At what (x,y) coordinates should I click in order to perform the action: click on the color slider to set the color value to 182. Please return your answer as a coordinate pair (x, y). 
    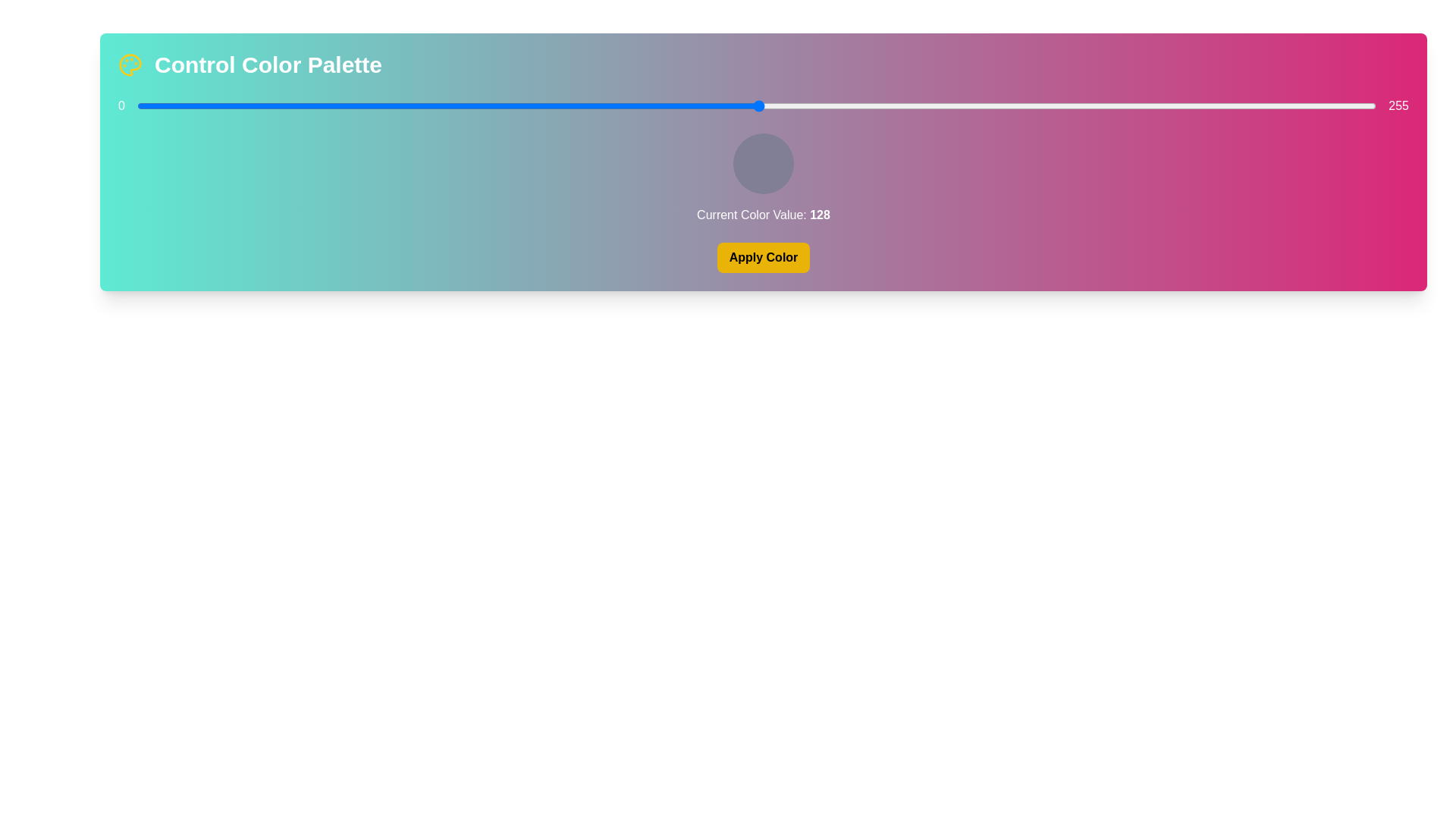
    Looking at the image, I should click on (1021, 105).